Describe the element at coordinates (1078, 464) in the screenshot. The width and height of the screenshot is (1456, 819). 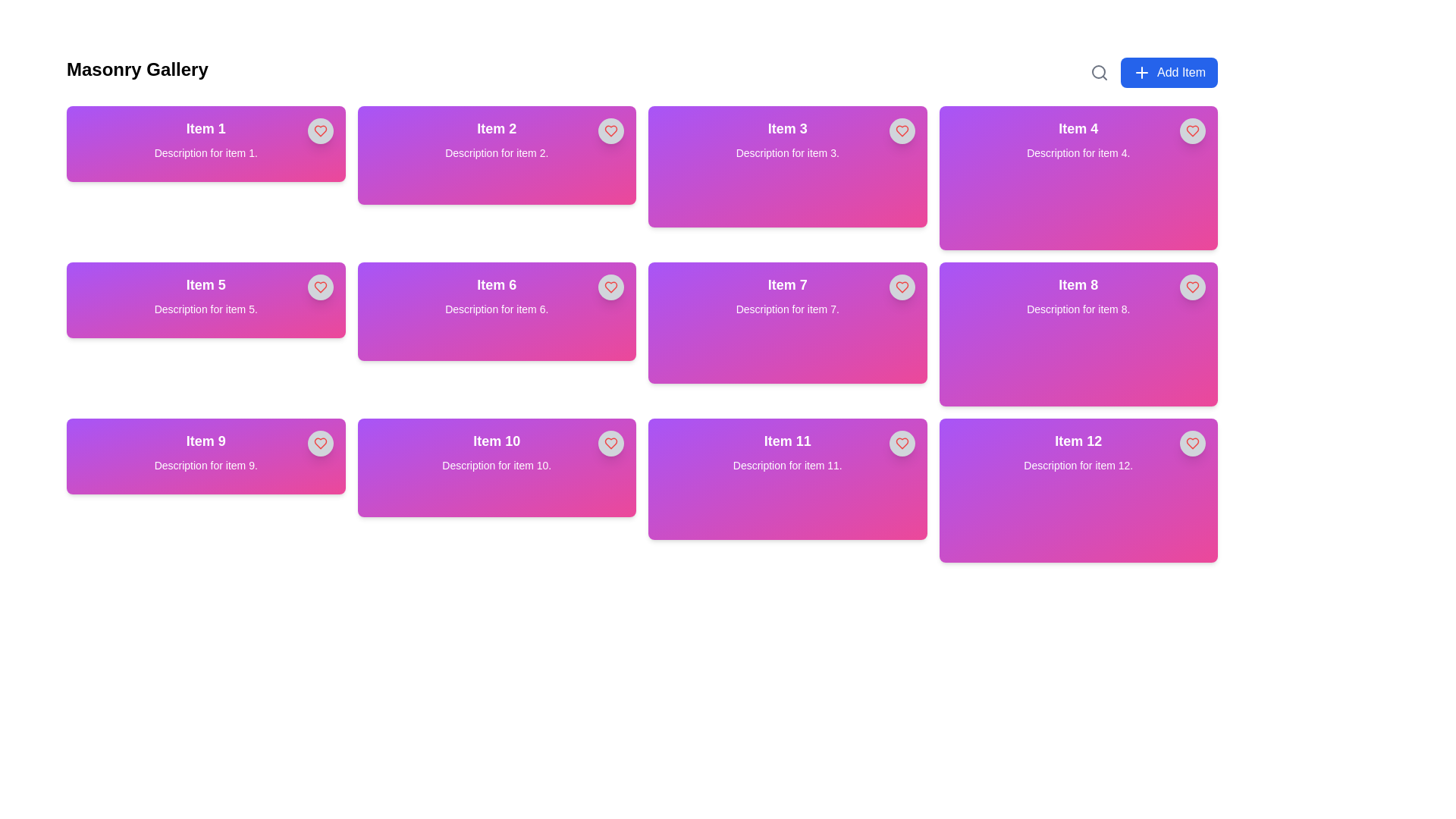
I see `the Text display providing additional information for 'Item 12', located directly below the title text in the card for 'Item 12'` at that location.